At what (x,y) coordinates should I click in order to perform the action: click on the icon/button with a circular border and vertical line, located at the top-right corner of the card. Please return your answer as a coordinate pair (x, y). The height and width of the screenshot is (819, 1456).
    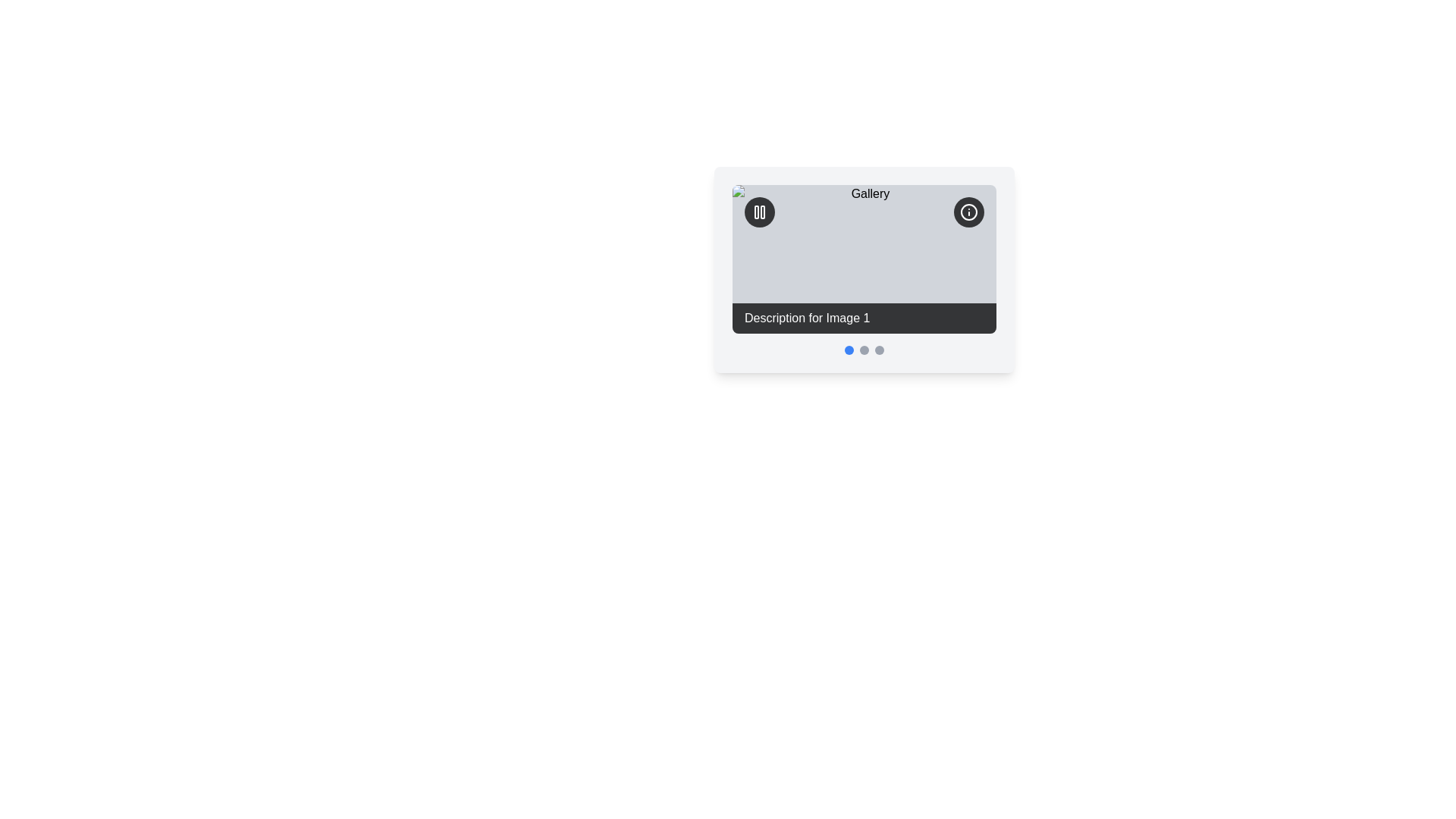
    Looking at the image, I should click on (968, 212).